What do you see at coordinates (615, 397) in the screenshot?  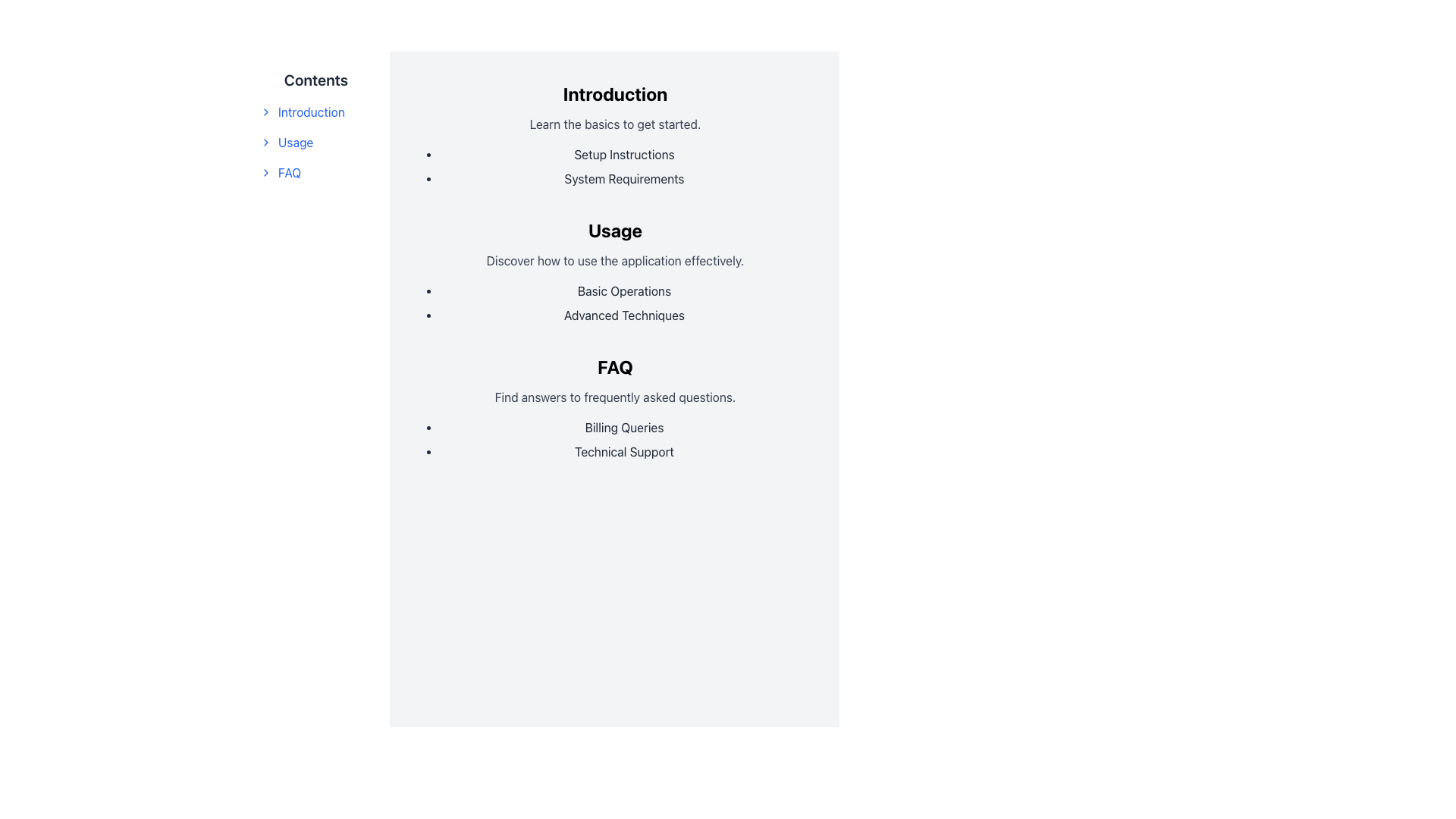 I see `text string styled in gray that says 'Find answers to frequently asked questions.' located under the 'FAQ' heading in the vertical list` at bounding box center [615, 397].